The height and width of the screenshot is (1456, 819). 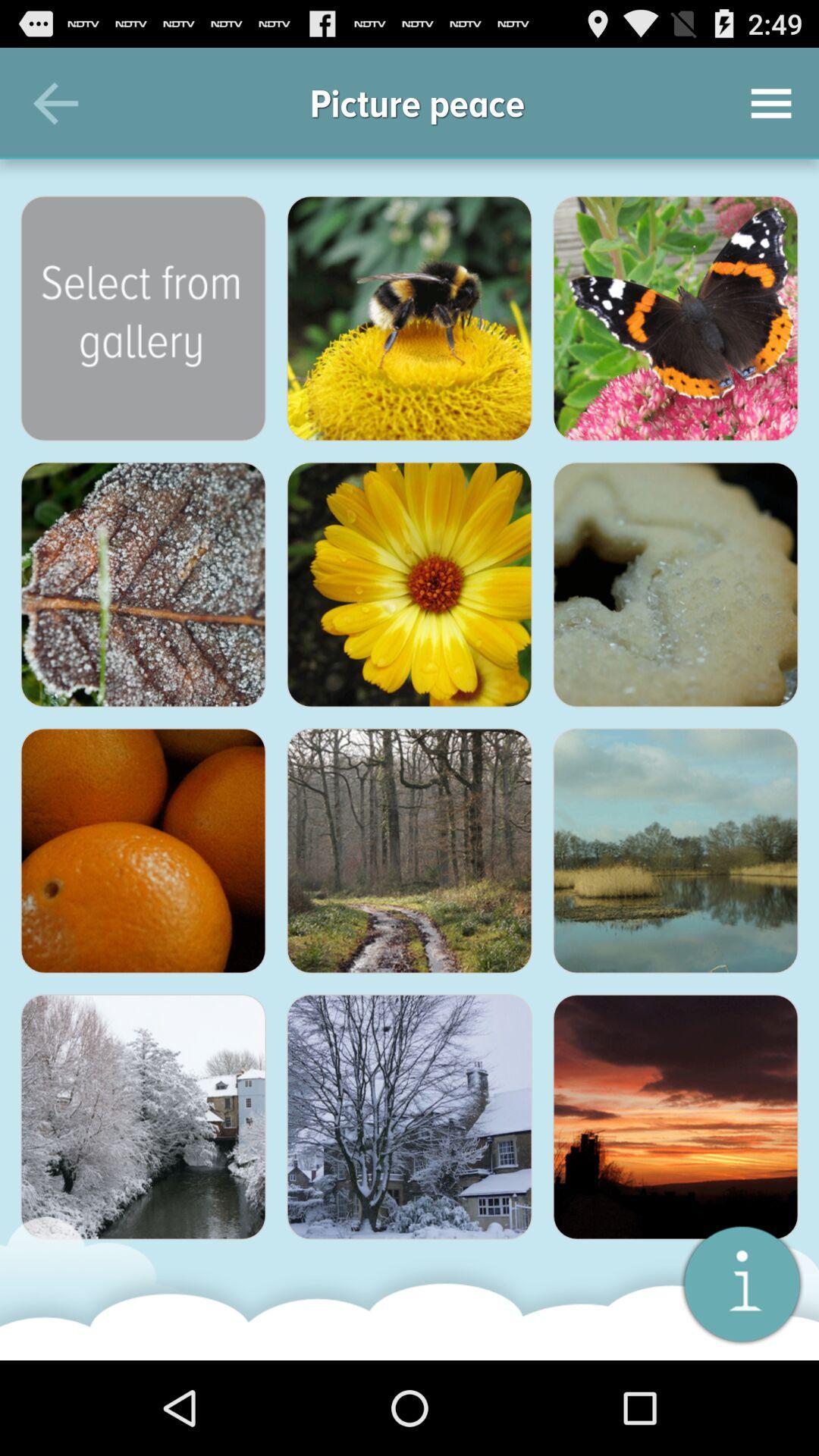 I want to click on a category option, so click(x=143, y=584).